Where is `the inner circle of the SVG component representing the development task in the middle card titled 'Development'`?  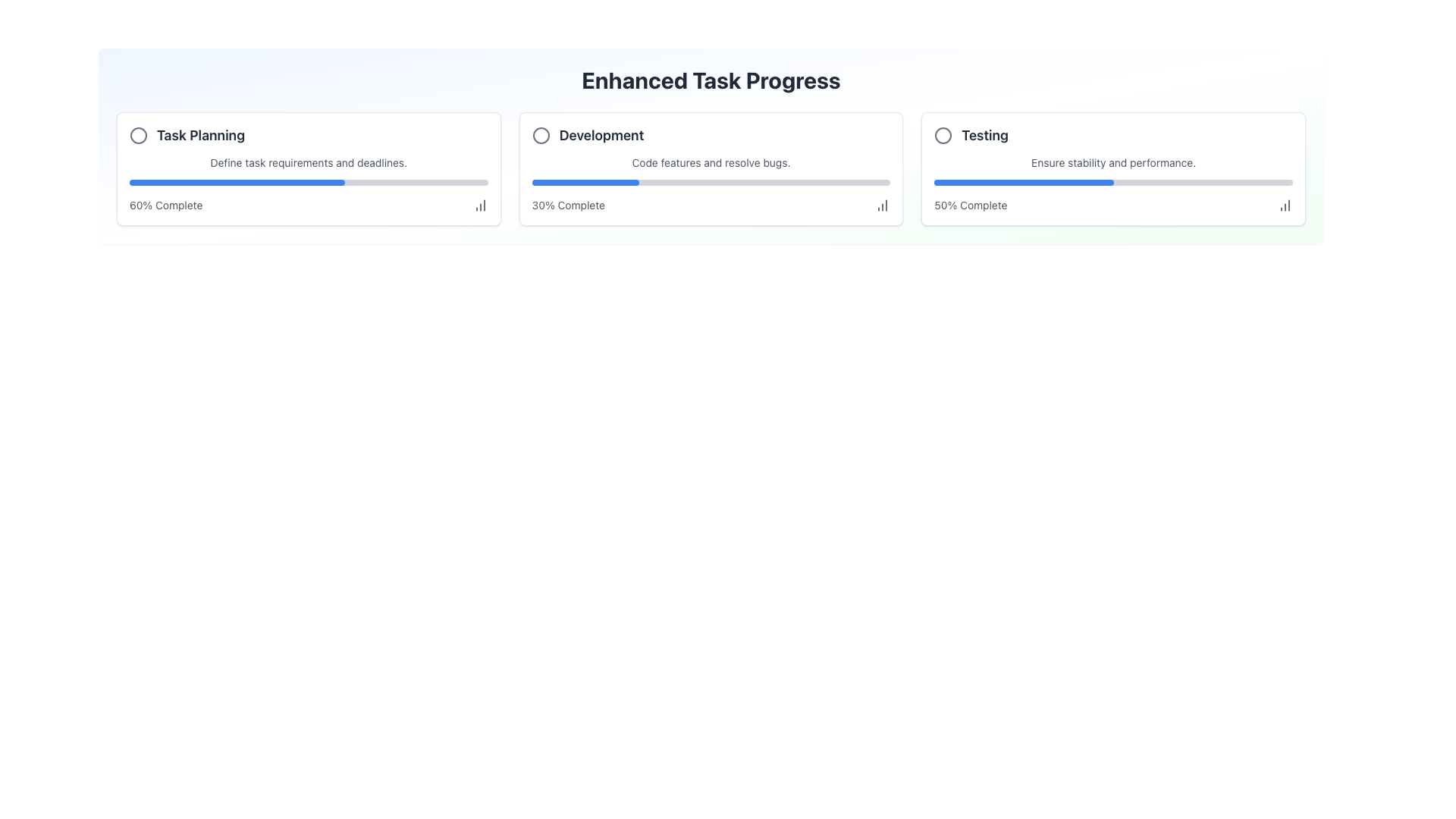
the inner circle of the SVG component representing the development task in the middle card titled 'Development' is located at coordinates (541, 134).